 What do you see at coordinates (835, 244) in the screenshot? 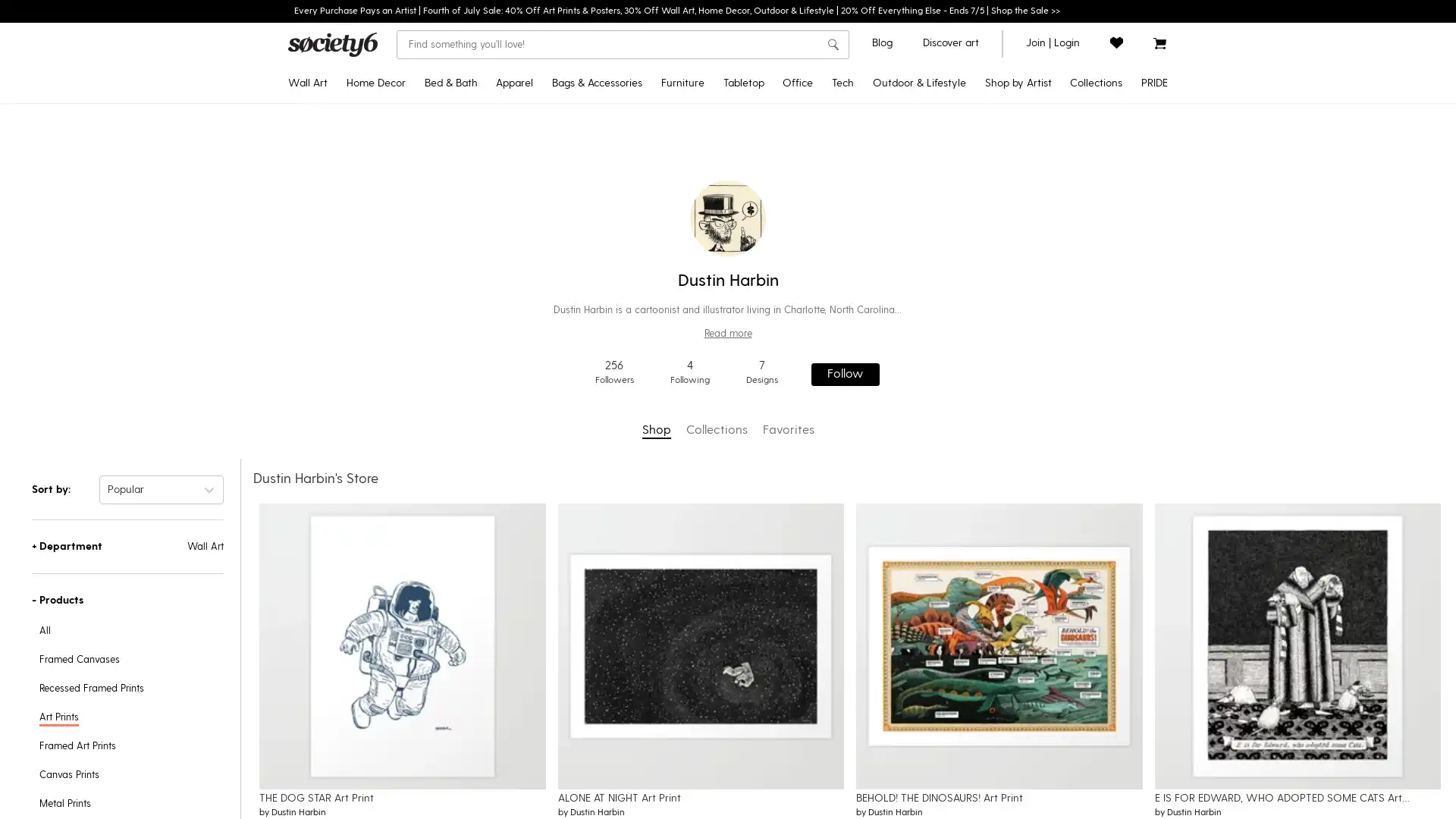
I see `Acrylic Boxes` at bounding box center [835, 244].